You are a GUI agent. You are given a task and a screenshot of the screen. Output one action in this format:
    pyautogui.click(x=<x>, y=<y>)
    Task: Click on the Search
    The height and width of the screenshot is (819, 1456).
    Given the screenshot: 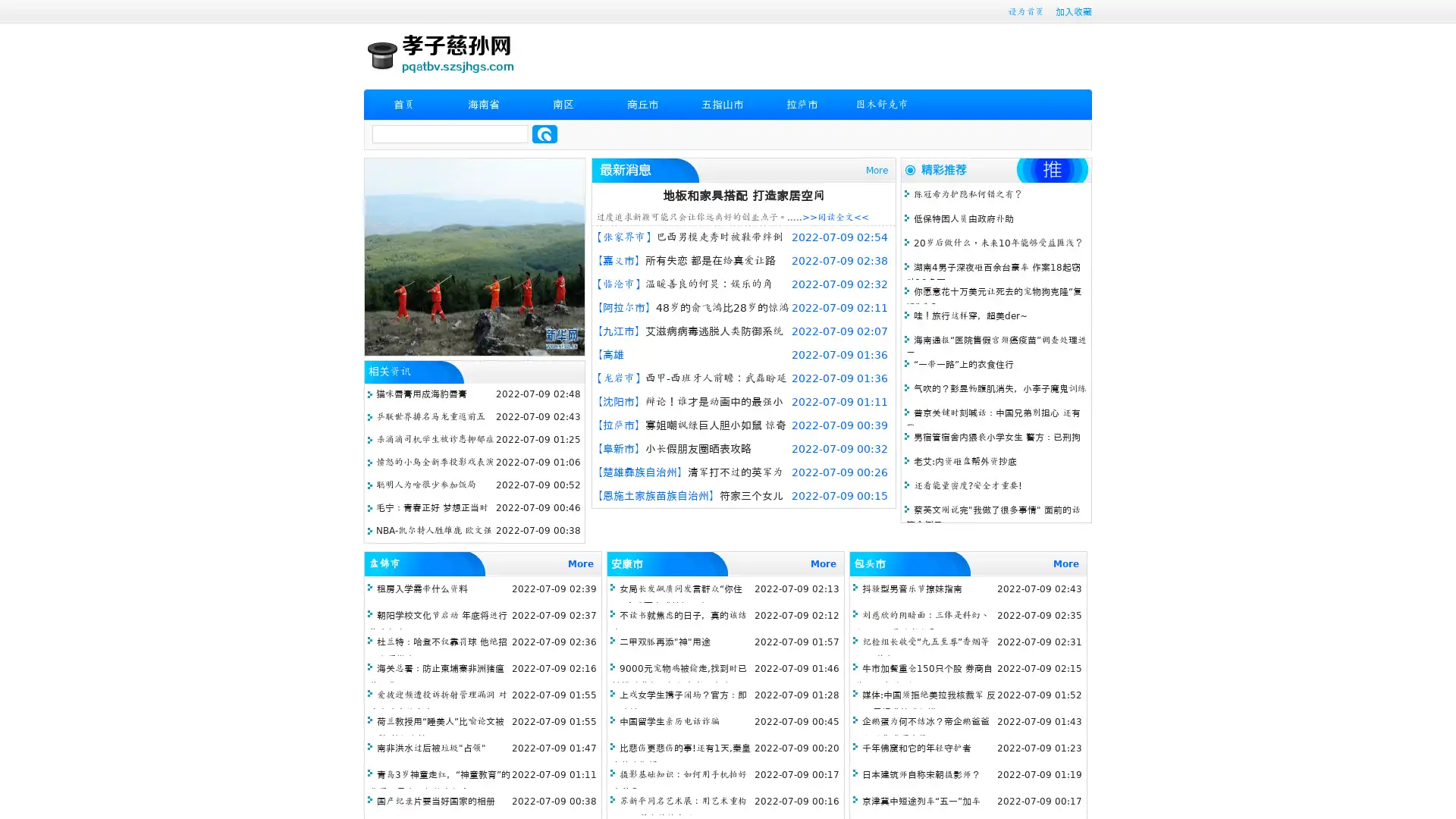 What is the action you would take?
    pyautogui.click(x=544, y=133)
    